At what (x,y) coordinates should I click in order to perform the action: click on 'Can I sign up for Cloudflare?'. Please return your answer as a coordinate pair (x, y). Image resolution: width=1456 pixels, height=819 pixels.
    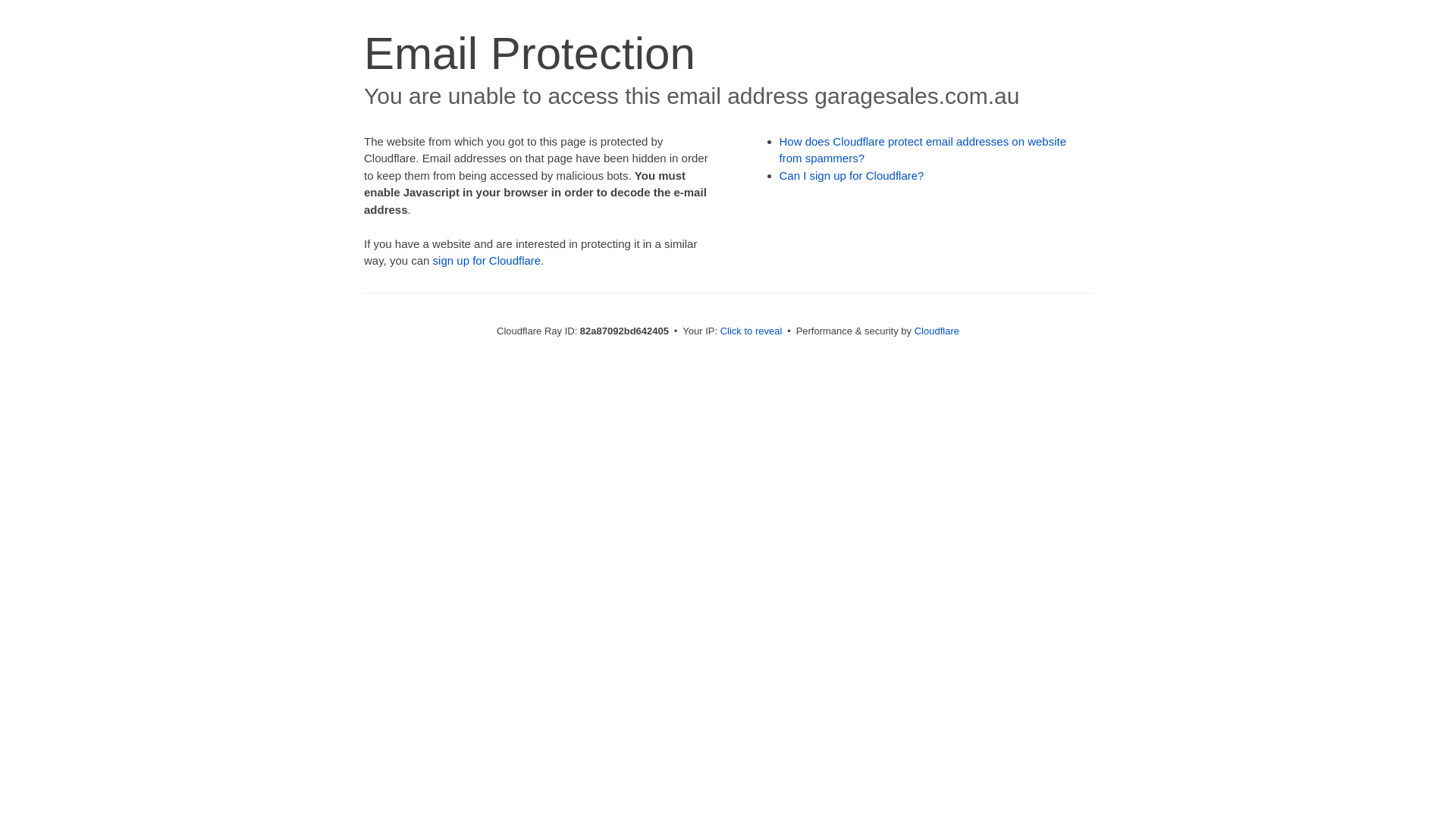
    Looking at the image, I should click on (852, 174).